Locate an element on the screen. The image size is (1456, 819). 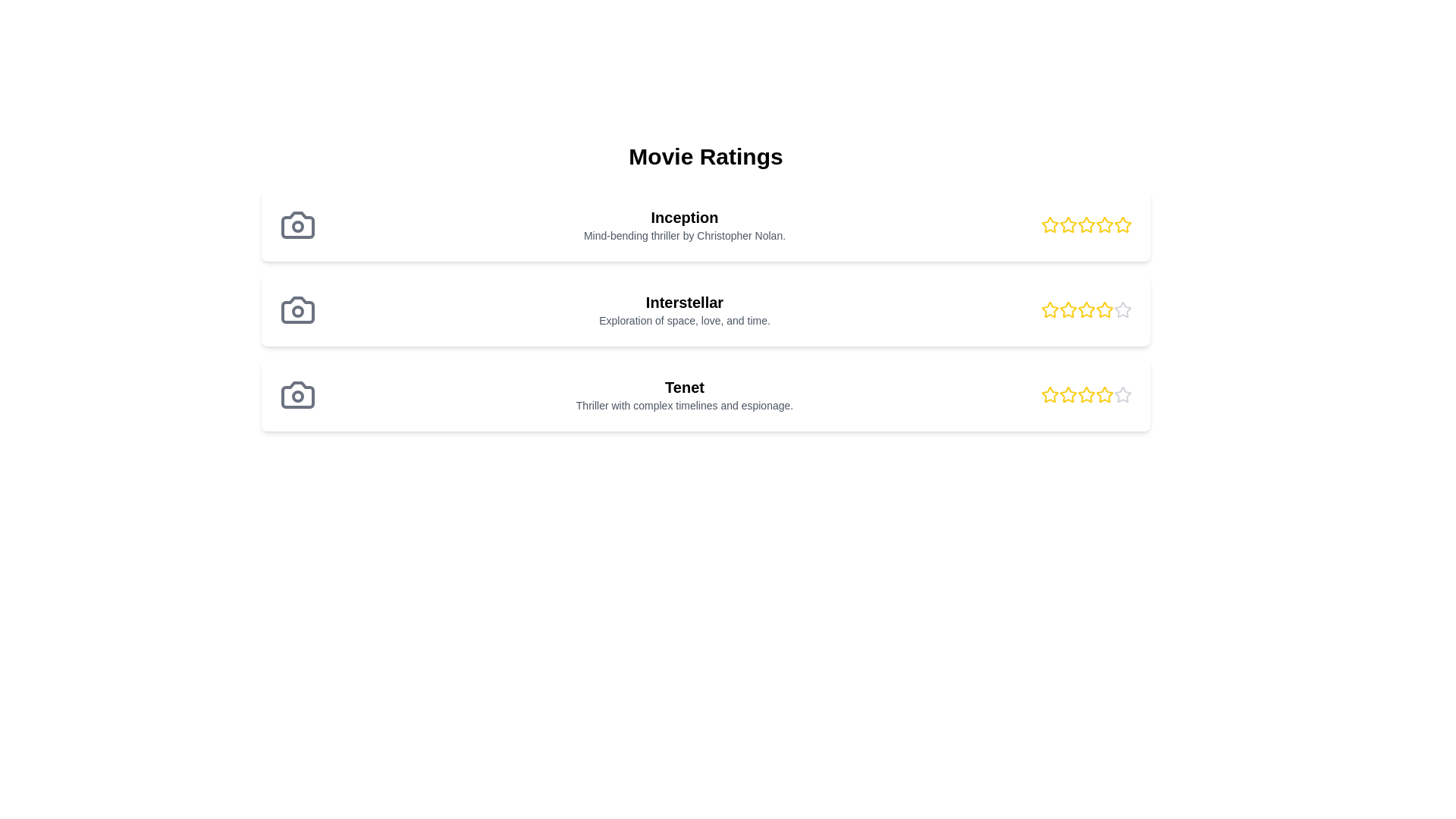
the first yellow star icon in the rating row under the movie 'Tenet' is located at coordinates (1050, 394).